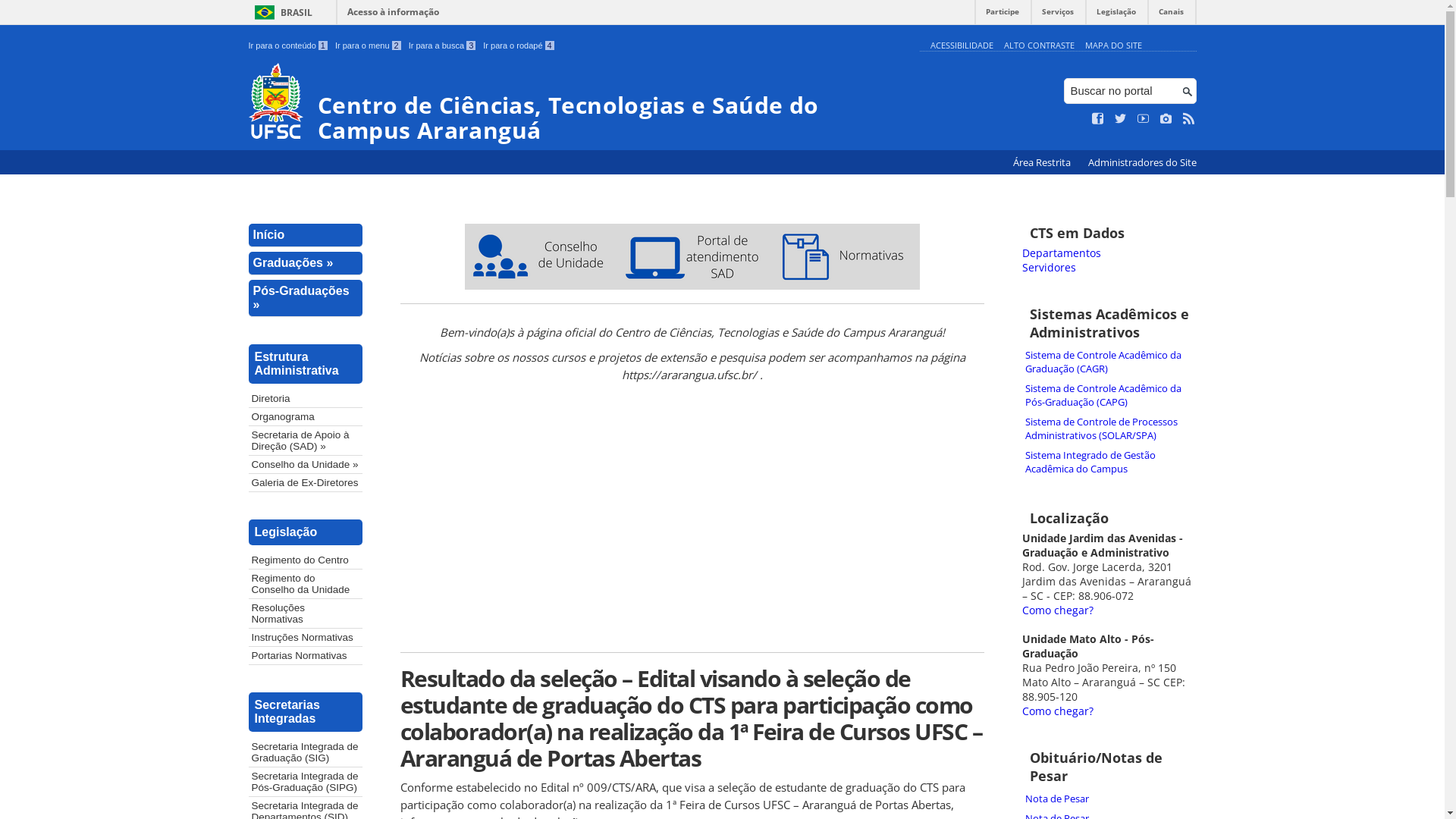 The image size is (1456, 819). What do you see at coordinates (305, 583) in the screenshot?
I see `'Regimento do Conselho da Unidade'` at bounding box center [305, 583].